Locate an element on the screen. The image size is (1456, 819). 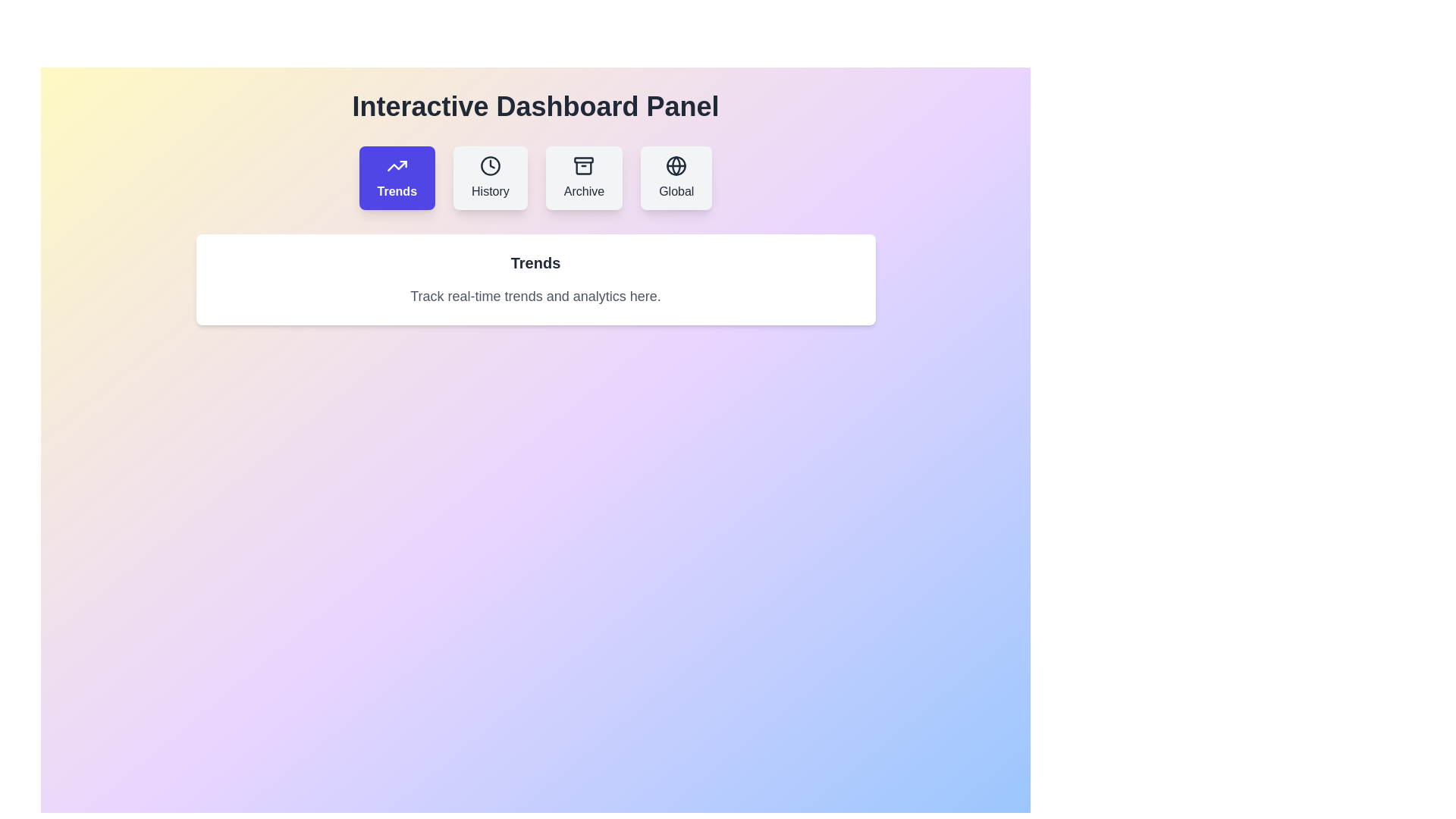
the Global tab to view its content is located at coordinates (676, 177).